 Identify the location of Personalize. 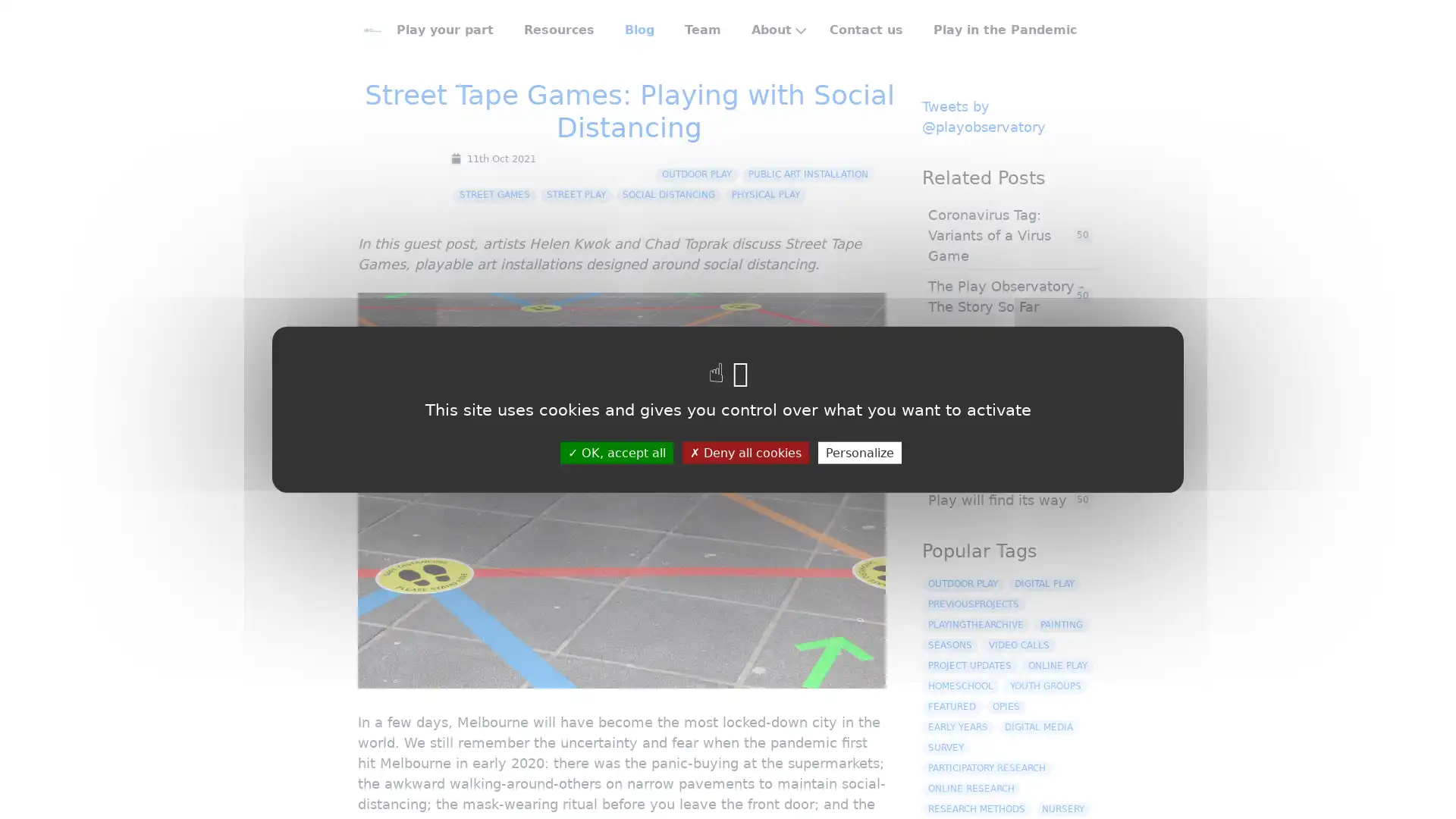
(858, 451).